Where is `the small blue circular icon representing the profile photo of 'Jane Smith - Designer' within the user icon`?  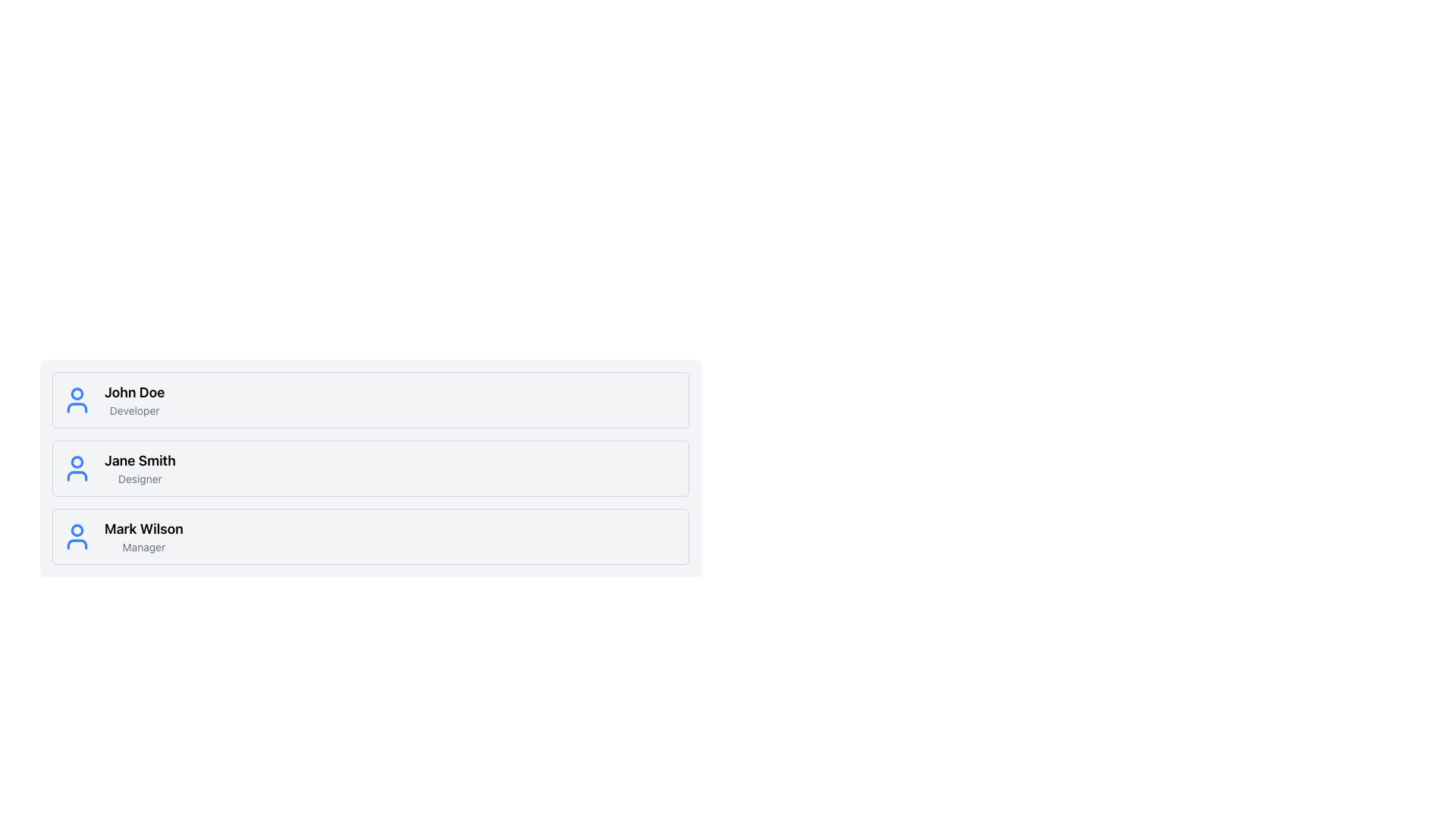 the small blue circular icon representing the profile photo of 'Jane Smith - Designer' within the user icon is located at coordinates (76, 461).